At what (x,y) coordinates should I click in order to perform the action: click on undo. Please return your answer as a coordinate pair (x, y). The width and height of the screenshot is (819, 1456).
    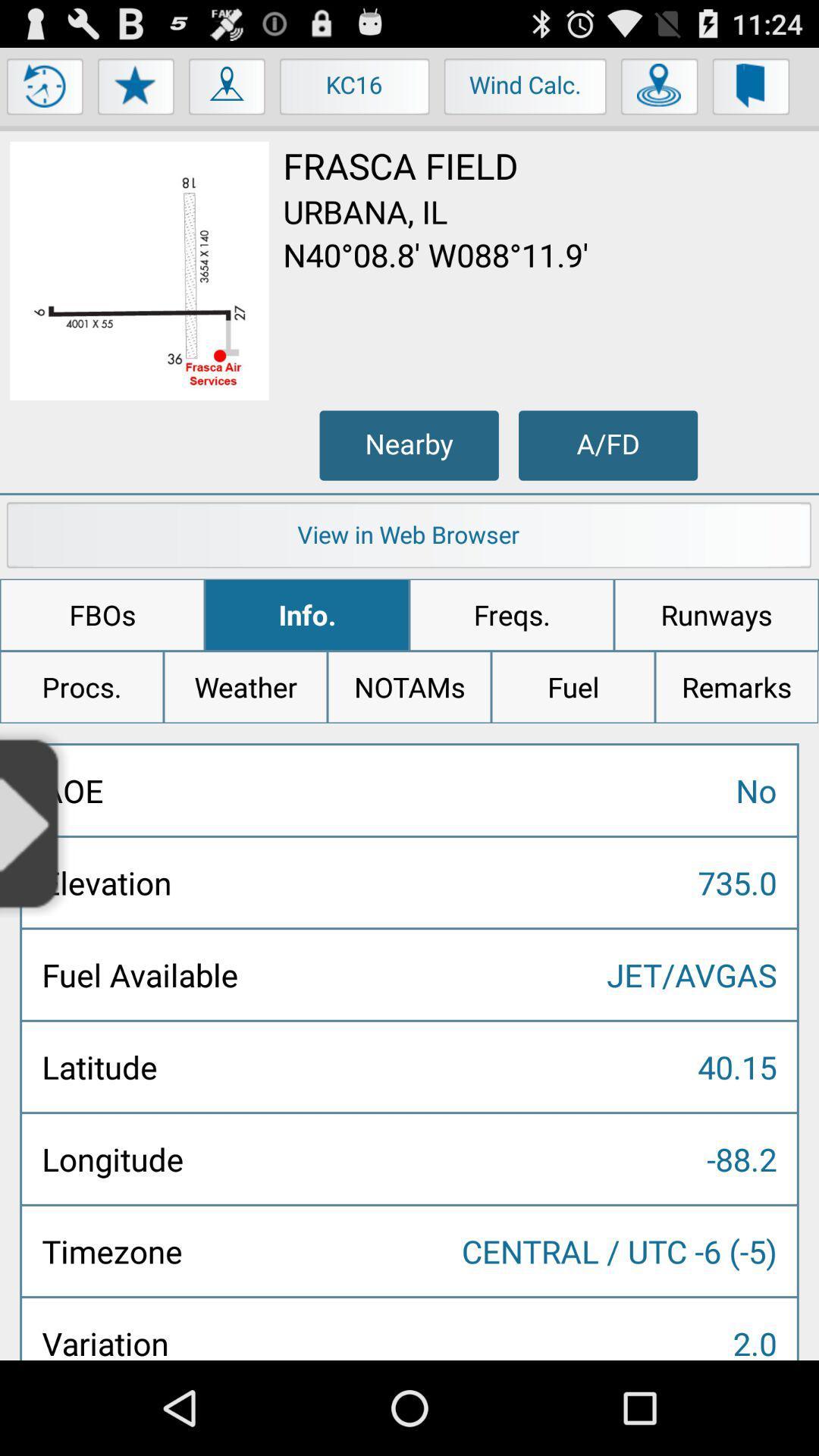
    Looking at the image, I should click on (45, 89).